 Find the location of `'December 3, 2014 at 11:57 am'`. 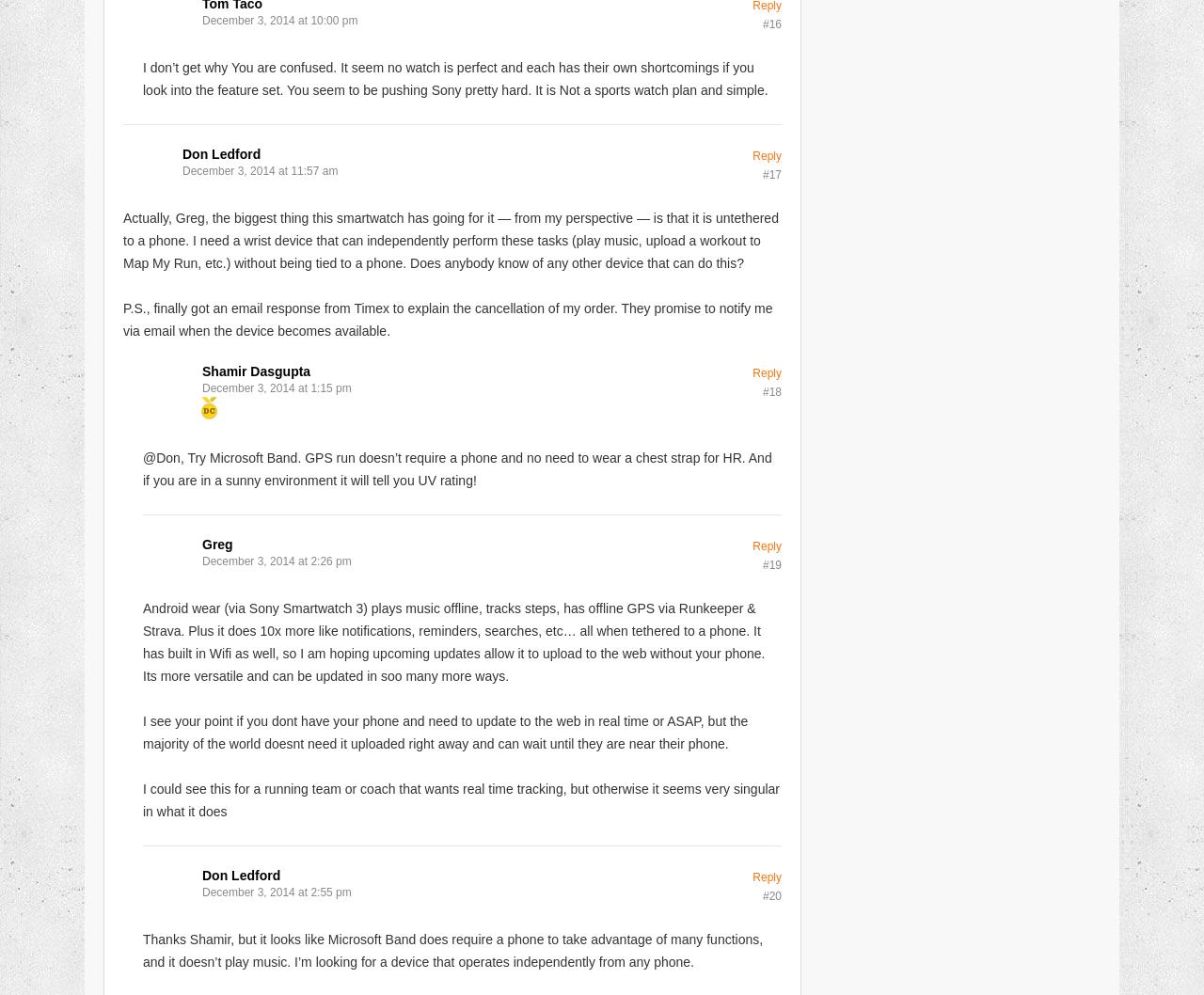

'December 3, 2014 at 11:57 am' is located at coordinates (182, 170).